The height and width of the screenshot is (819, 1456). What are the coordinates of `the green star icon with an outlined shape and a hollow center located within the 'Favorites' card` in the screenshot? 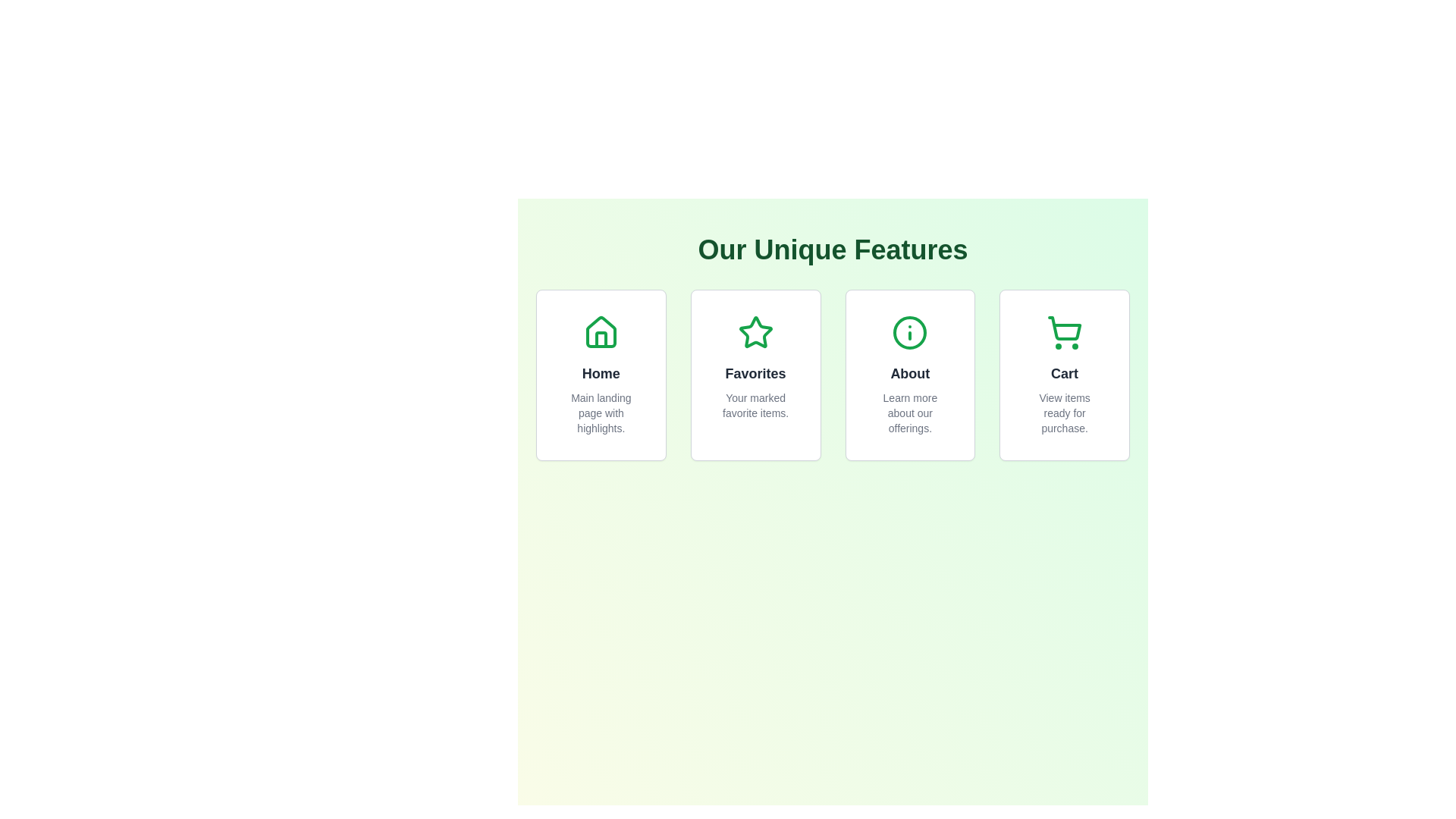 It's located at (755, 331).